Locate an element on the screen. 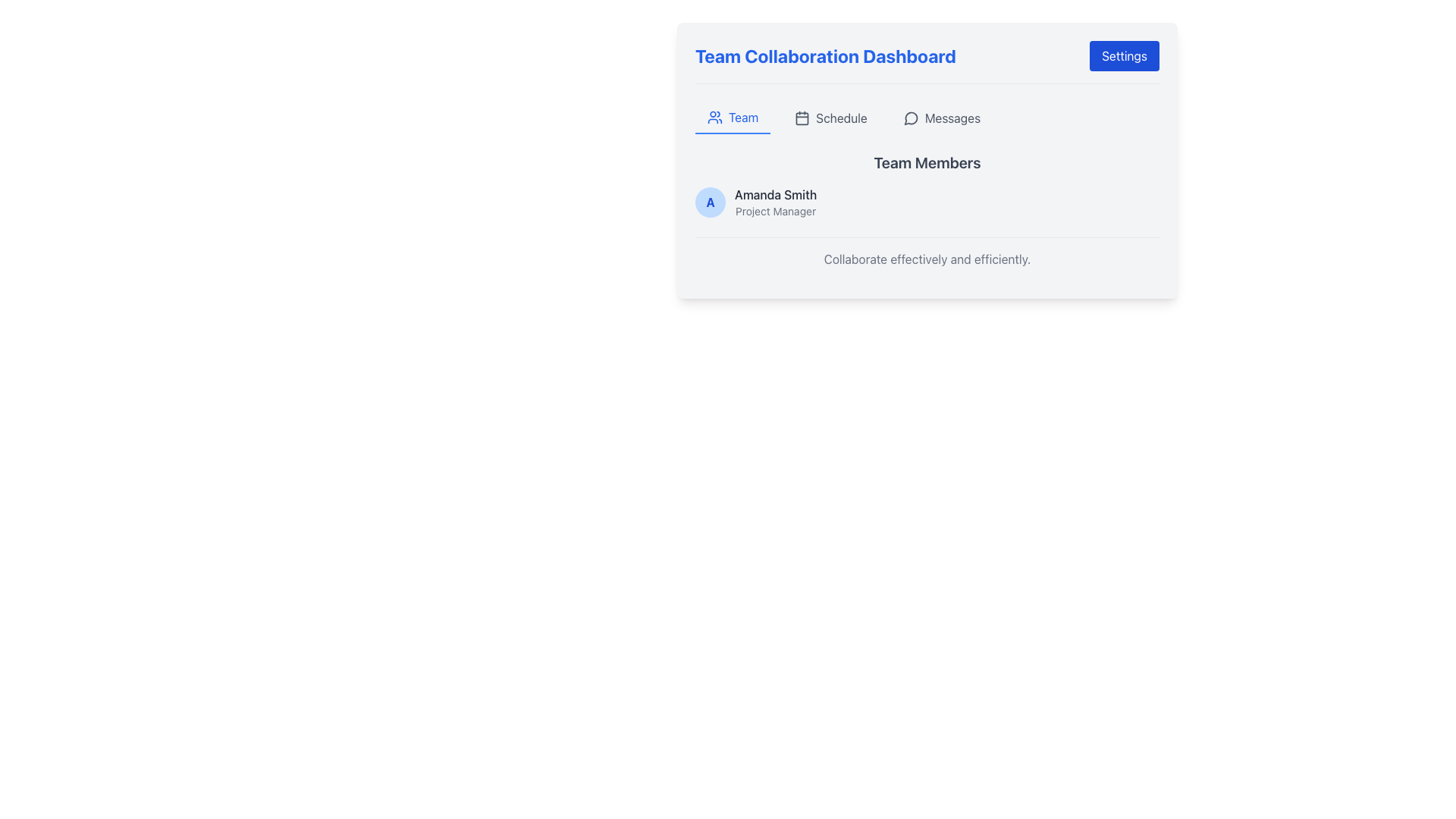 This screenshot has height=819, width=1456. the text label displaying 'Project Manager', which is styled in a smaller-sized, gray-colored font and positioned below 'Amanda Smith' is located at coordinates (776, 211).